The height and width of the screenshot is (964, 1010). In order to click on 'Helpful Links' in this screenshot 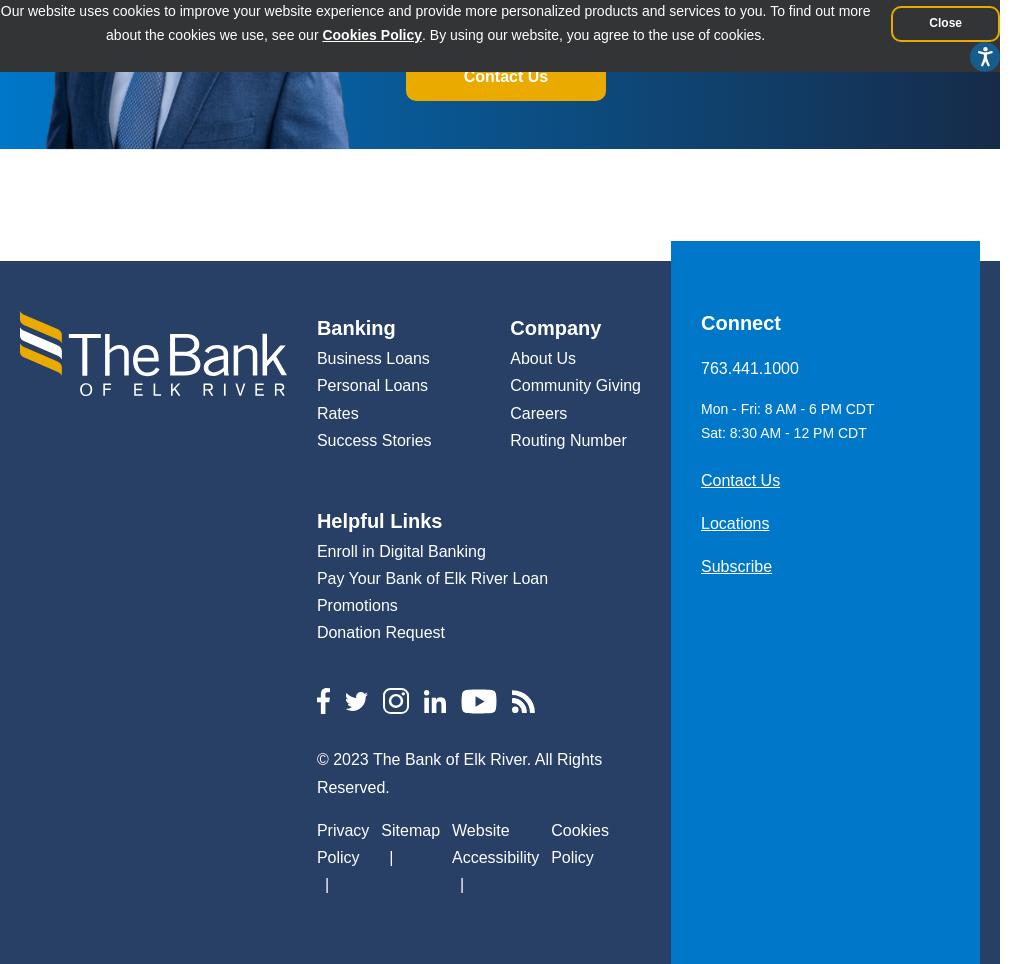, I will do `click(378, 518)`.